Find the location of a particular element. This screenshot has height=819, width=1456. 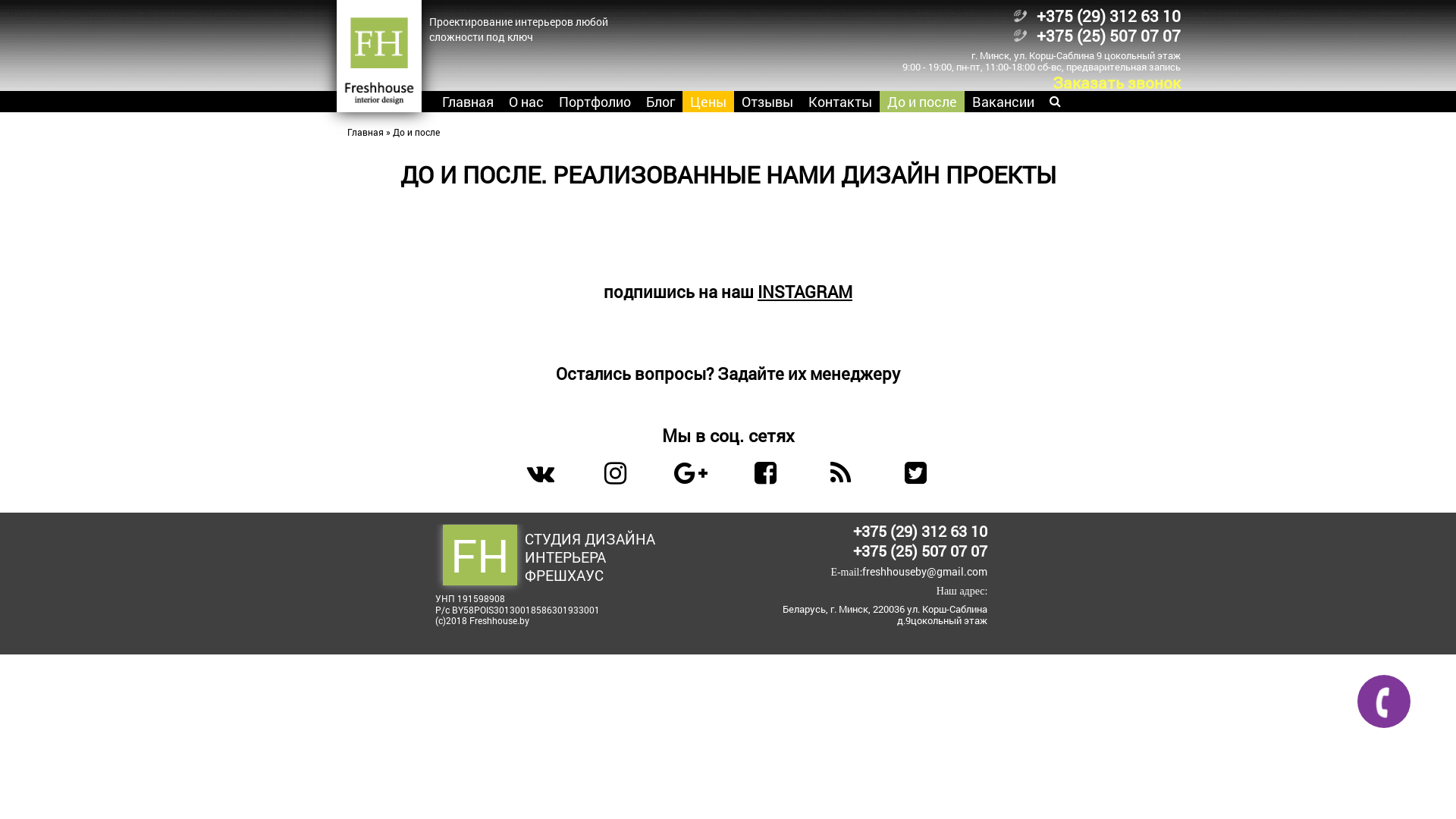

'+375 (29) 312 63 10' is located at coordinates (1107, 15).